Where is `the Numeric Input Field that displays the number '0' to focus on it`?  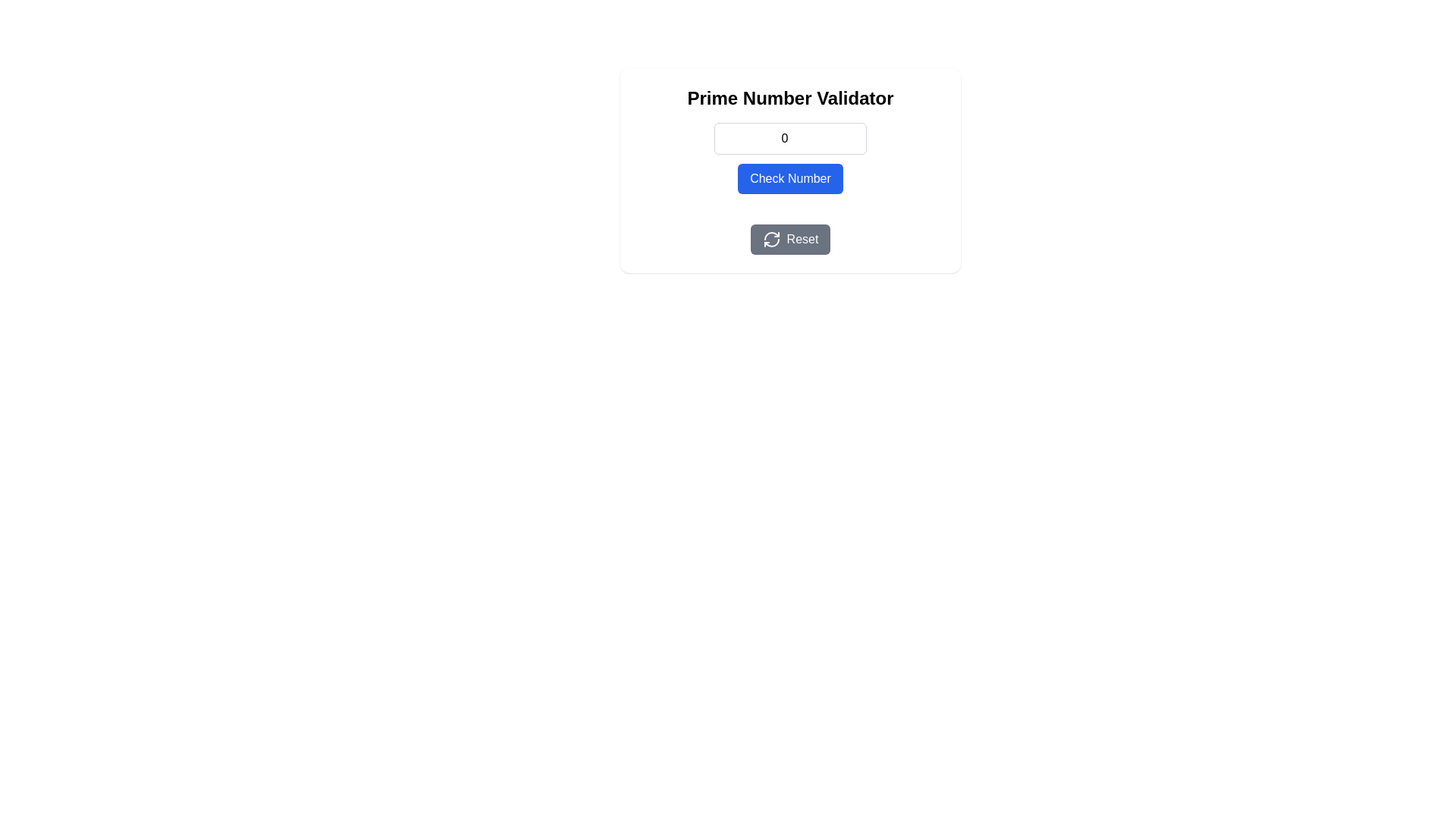 the Numeric Input Field that displays the number '0' to focus on it is located at coordinates (789, 138).